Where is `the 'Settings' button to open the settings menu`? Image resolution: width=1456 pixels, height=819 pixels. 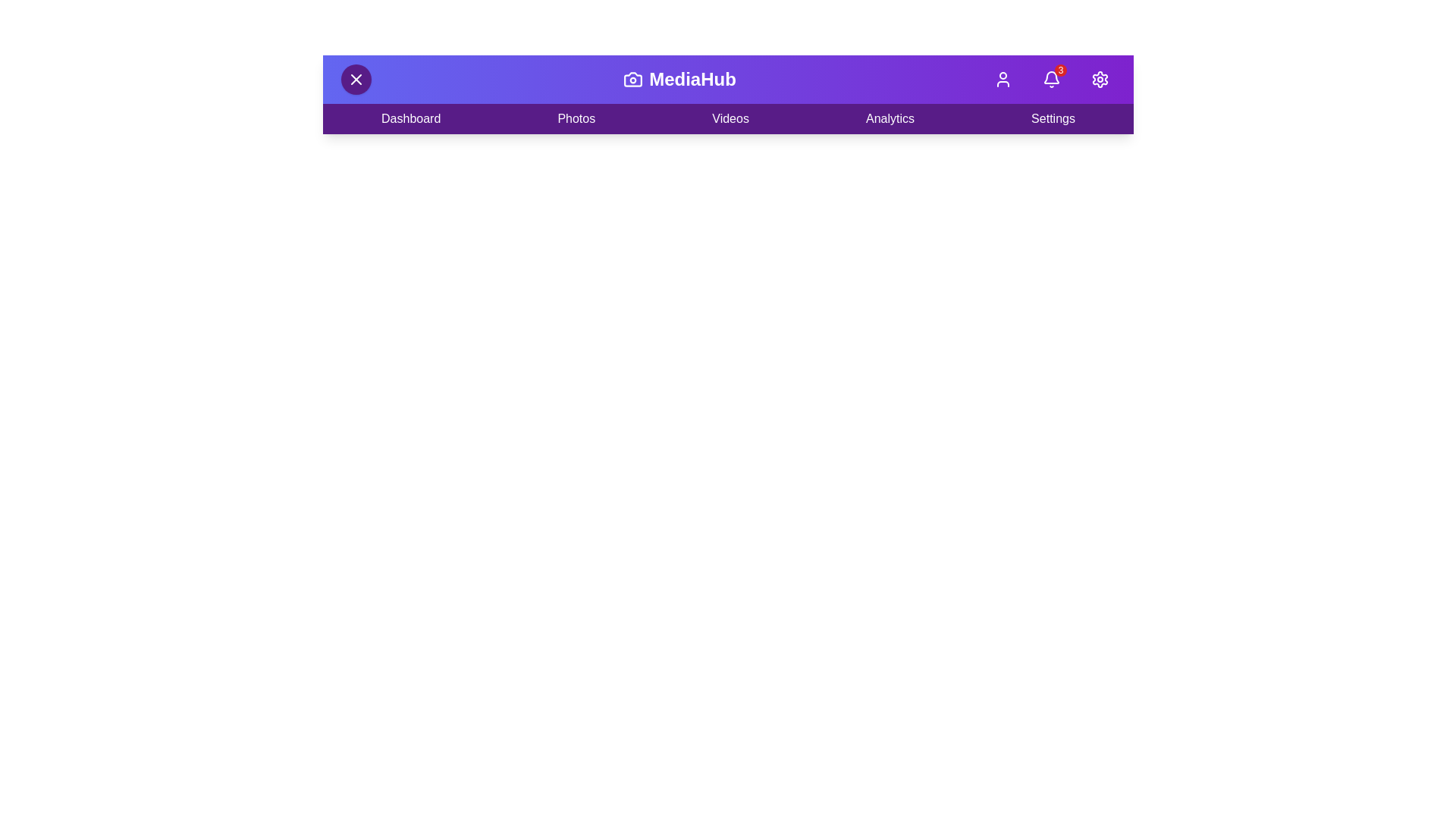 the 'Settings' button to open the settings menu is located at coordinates (1100, 79).